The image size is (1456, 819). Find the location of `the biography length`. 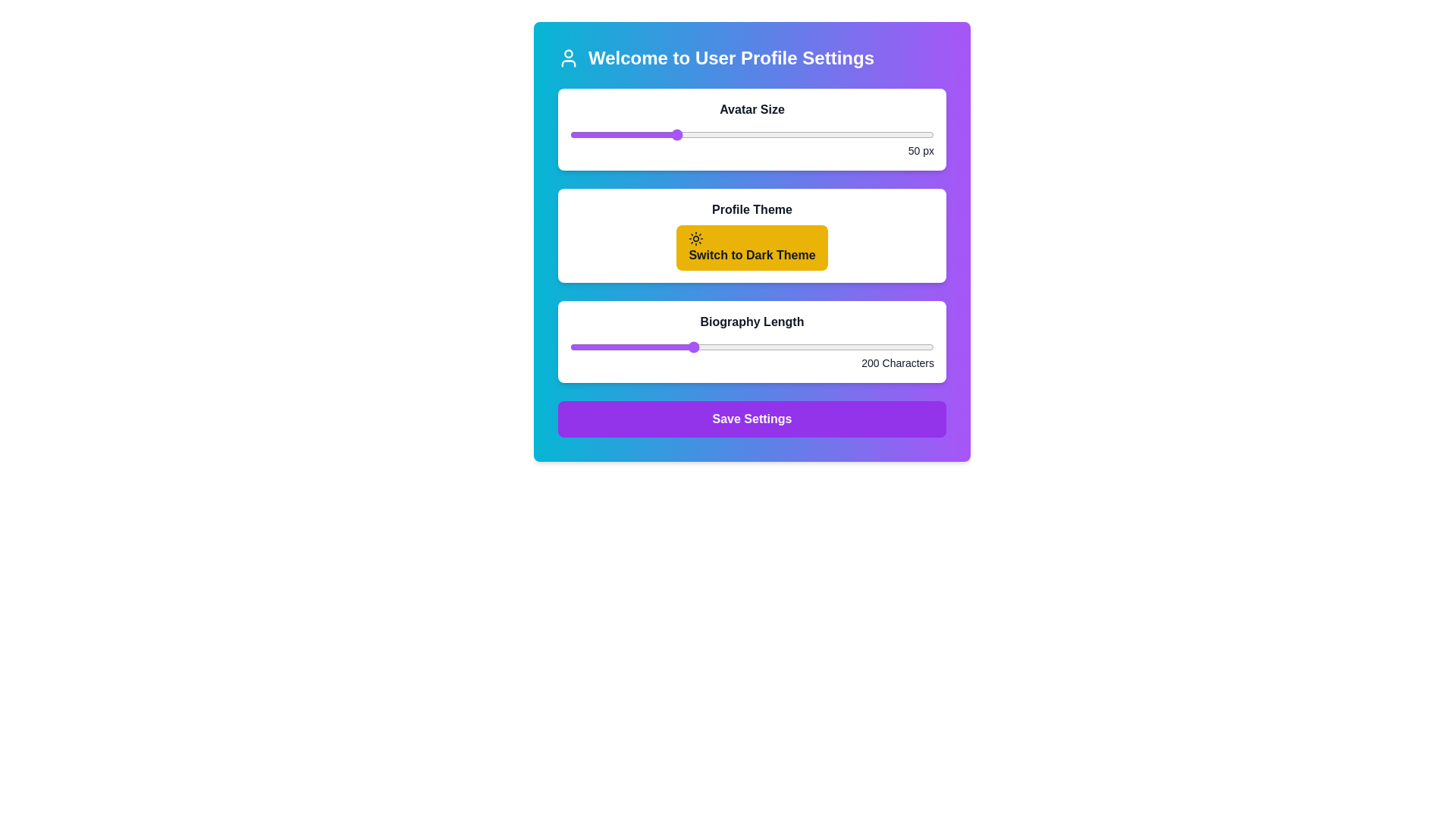

the biography length is located at coordinates (789, 347).